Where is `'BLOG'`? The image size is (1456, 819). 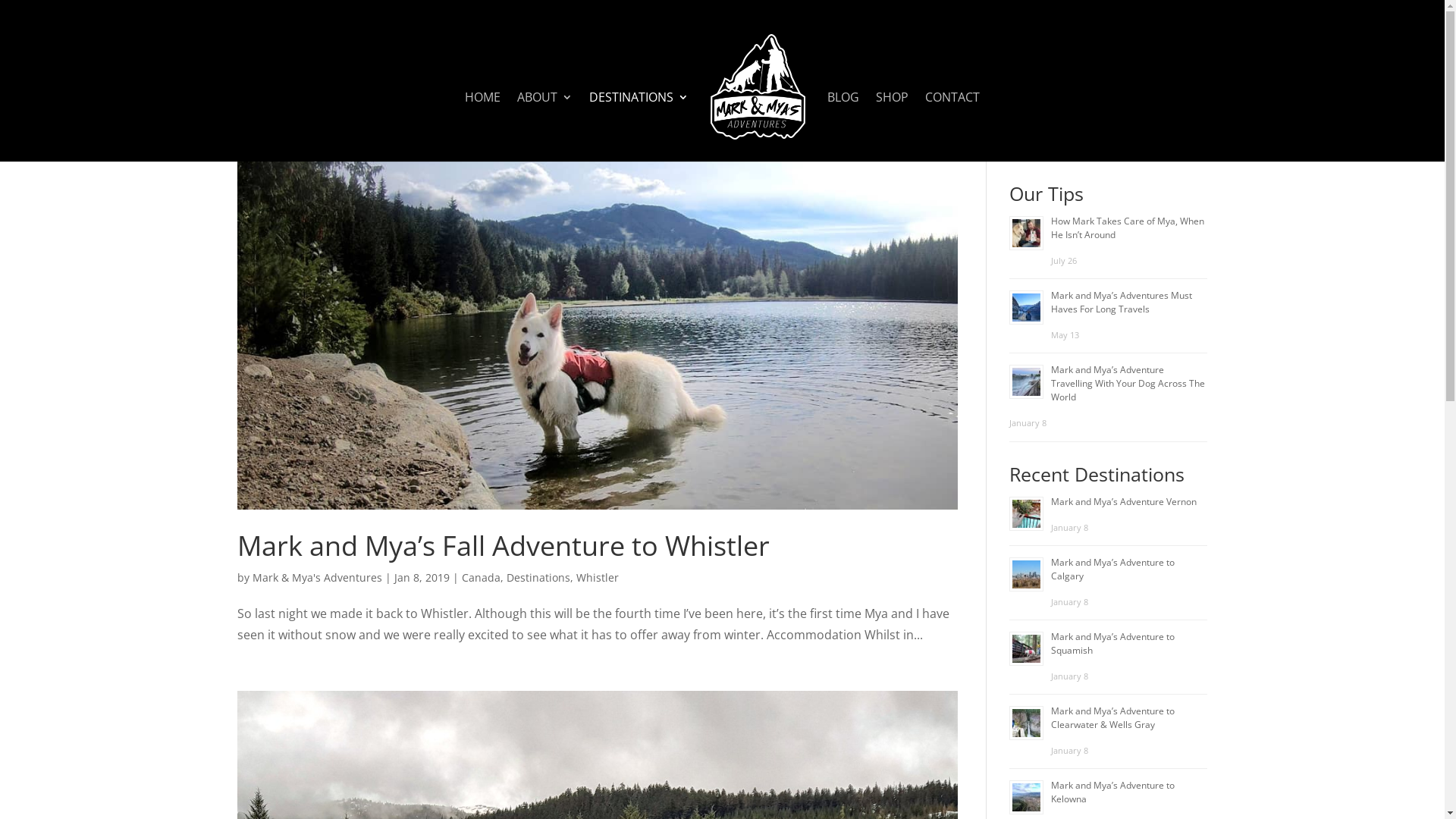
'BLOG' is located at coordinates (843, 125).